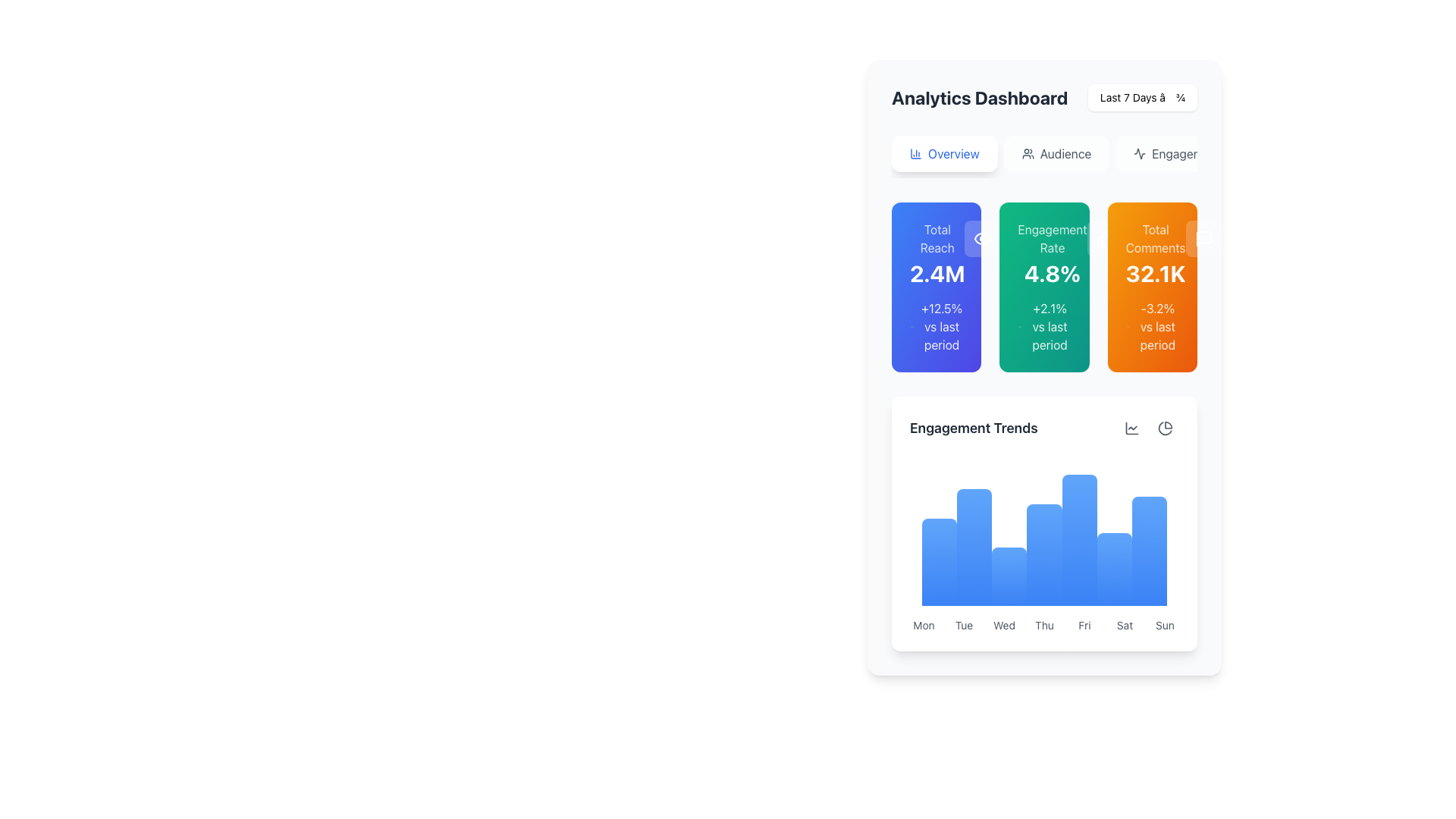 The height and width of the screenshot is (819, 1456). I want to click on the 'Total Reach' text display block, which shows '2.4M' in a large bold font on a blue rectangular card in the top-left section of the dashboard interface, so click(937, 253).